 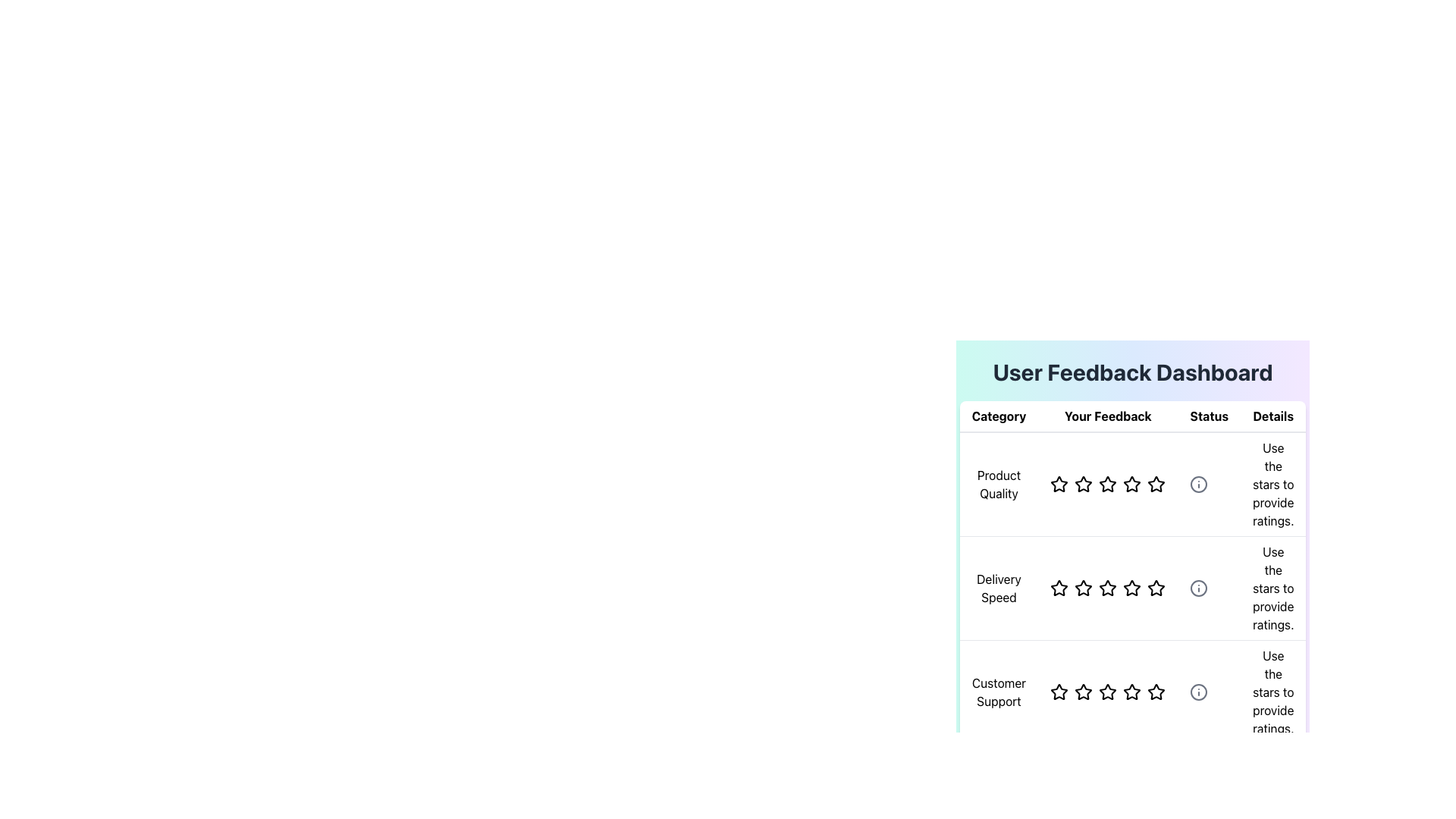 What do you see at coordinates (1208, 416) in the screenshot?
I see `the static text label in the third column of the table header, which indicates the status information for the content below` at bounding box center [1208, 416].